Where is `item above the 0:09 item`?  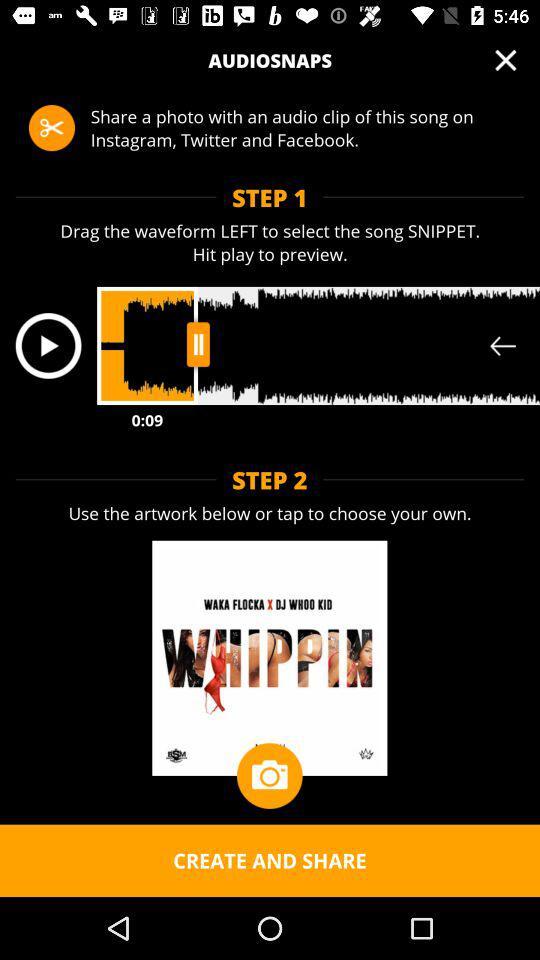
item above the 0:09 item is located at coordinates (48, 345).